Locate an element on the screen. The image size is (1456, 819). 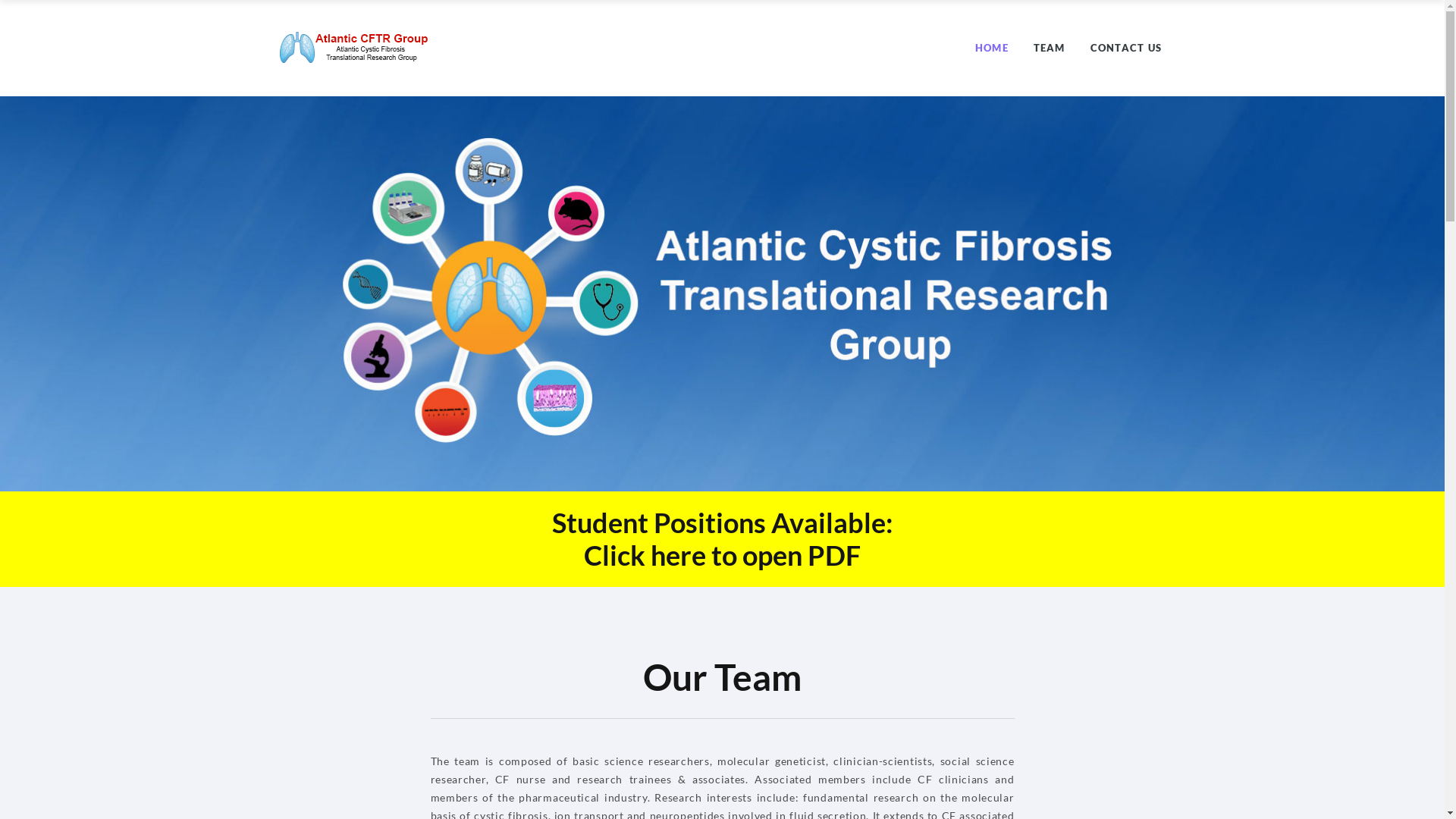
'TEAM' is located at coordinates (1048, 46).